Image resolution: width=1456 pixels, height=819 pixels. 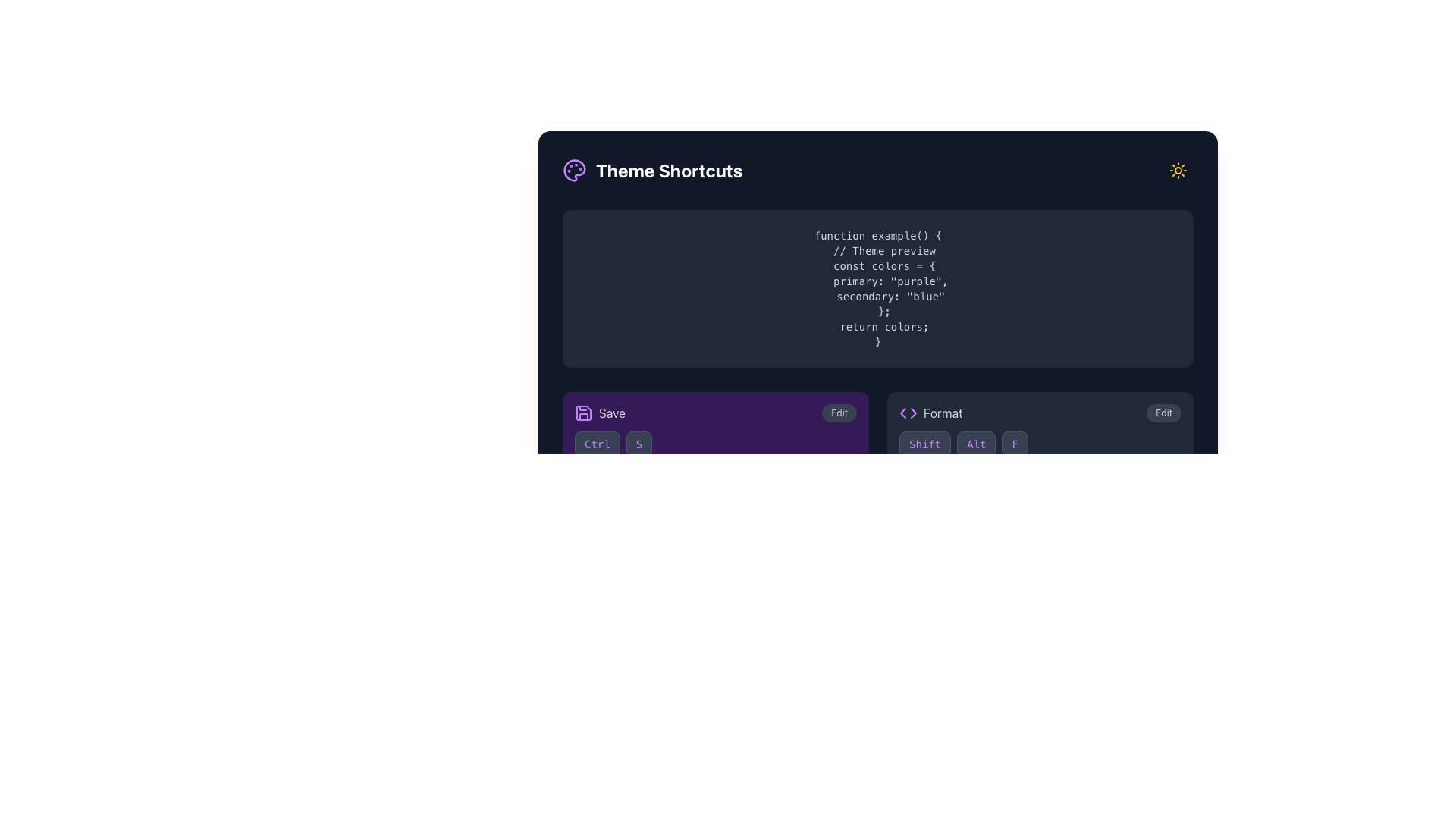 I want to click on label of the button with the text 'Ctrl', which is a small rectangular button with a dark gray background and light purple border, located near the bottom-left section of the interface, so click(x=596, y=444).